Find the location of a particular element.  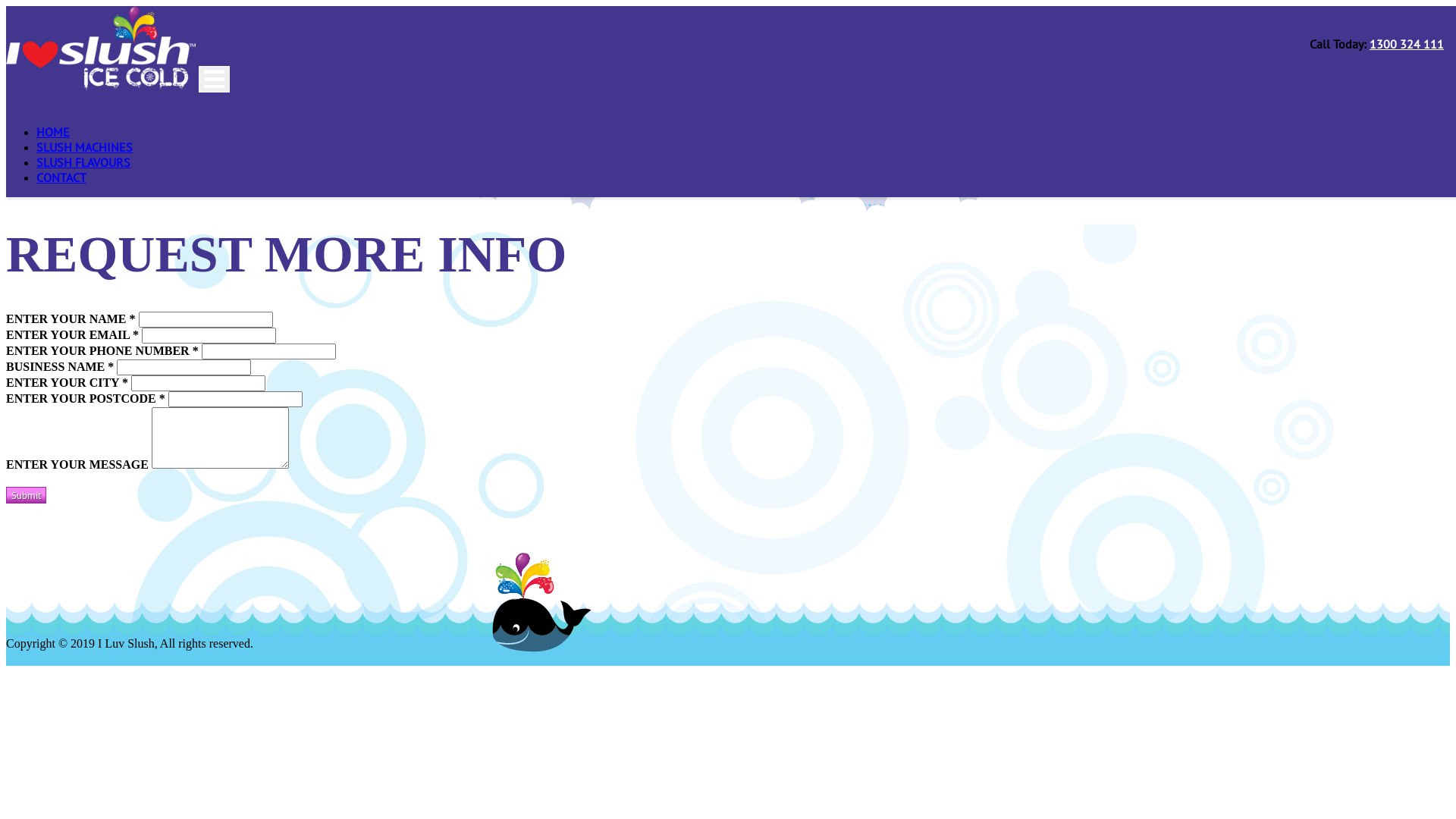

'Submit' is located at coordinates (6, 494).